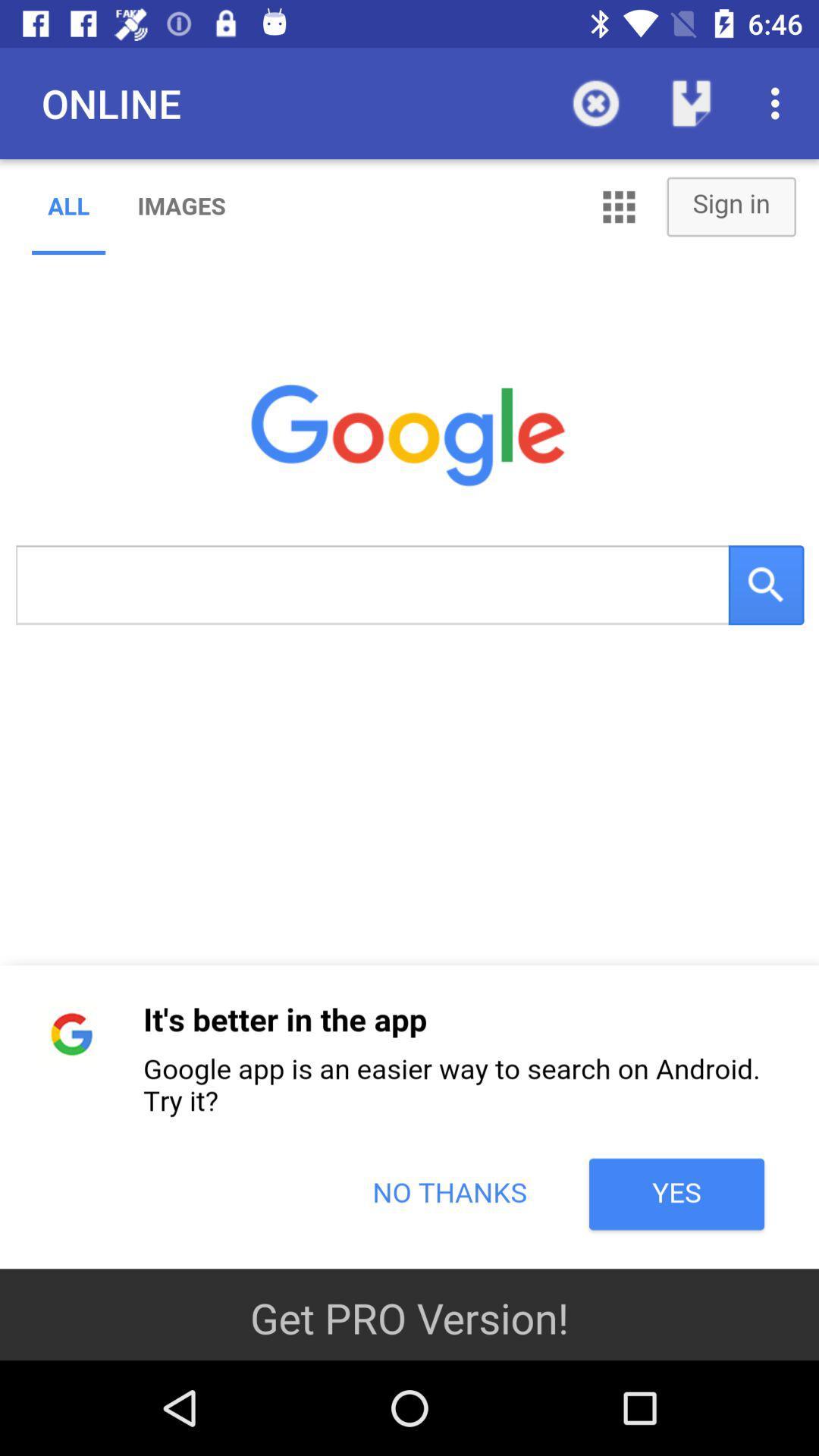 The image size is (819, 1456). I want to click on google, so click(409, 713).